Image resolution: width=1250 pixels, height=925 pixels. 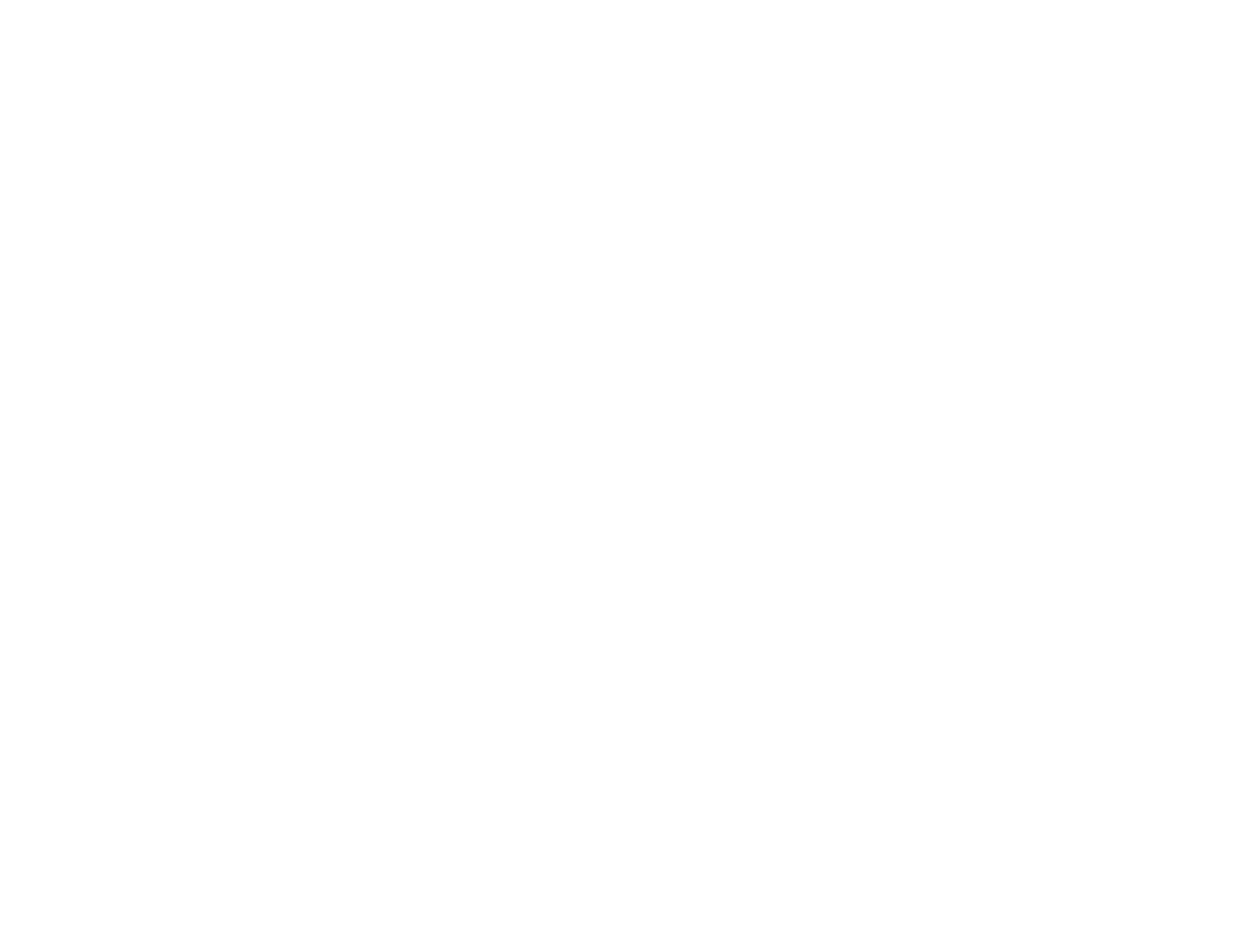 What do you see at coordinates (254, 901) in the screenshot?
I see `'office furniture'` at bounding box center [254, 901].